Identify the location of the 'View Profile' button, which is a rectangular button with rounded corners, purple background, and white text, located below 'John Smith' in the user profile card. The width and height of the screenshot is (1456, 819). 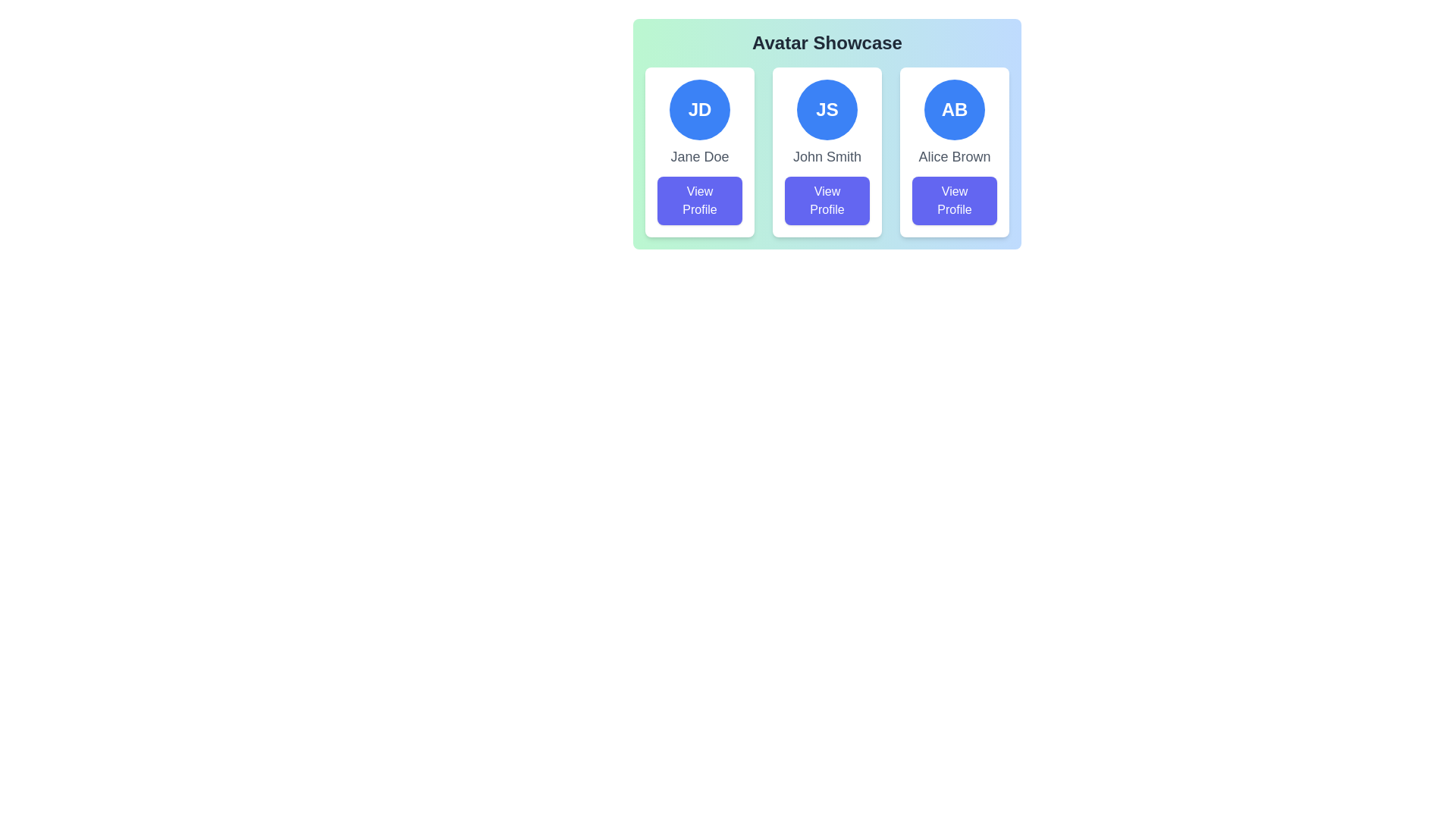
(826, 200).